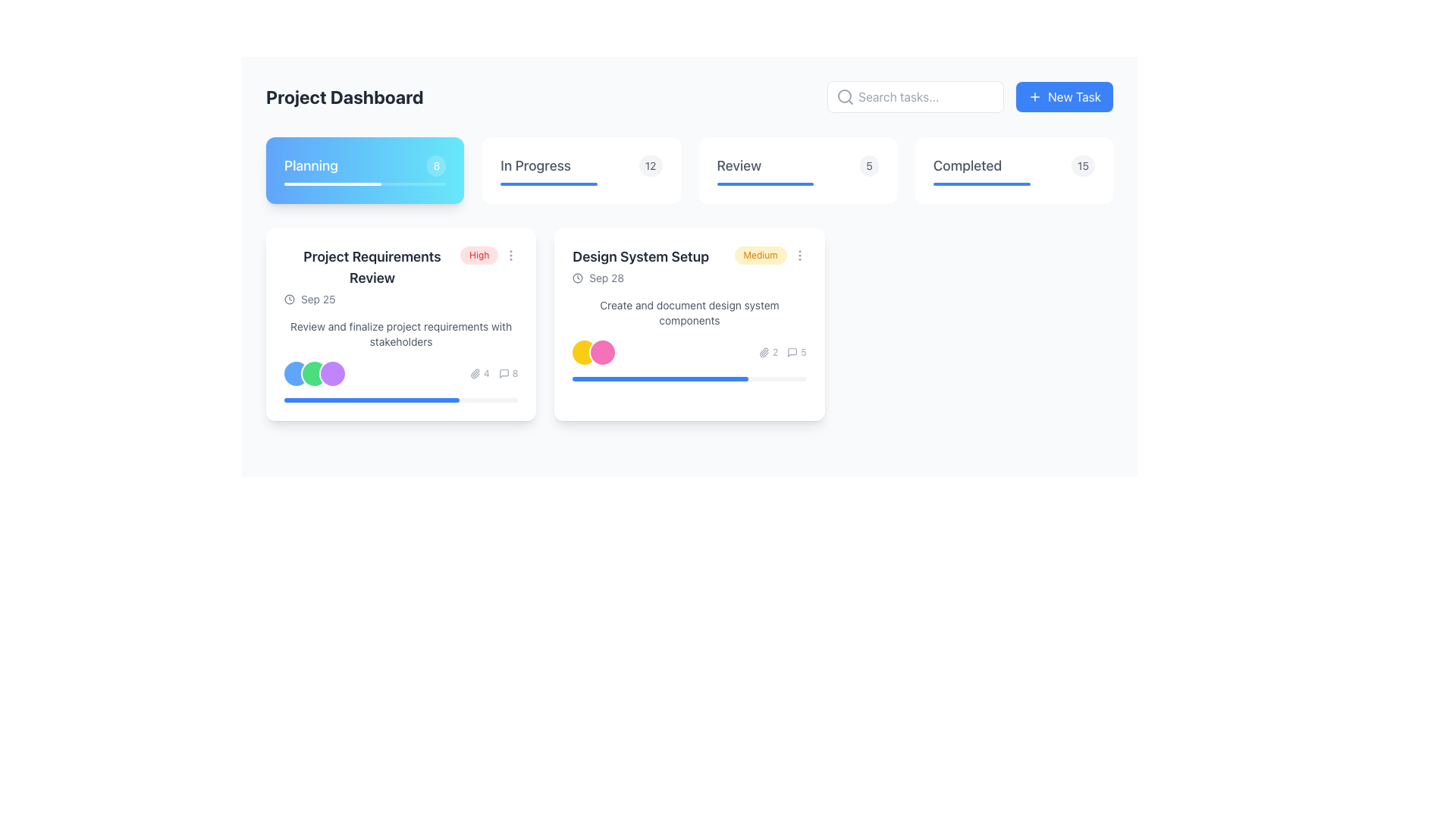  What do you see at coordinates (486, 374) in the screenshot?
I see `text displayed in the small text component showing the number '4', located adjacent to a paperclip icon in the lower-right portion of the 'Project Requirements Review' card` at bounding box center [486, 374].